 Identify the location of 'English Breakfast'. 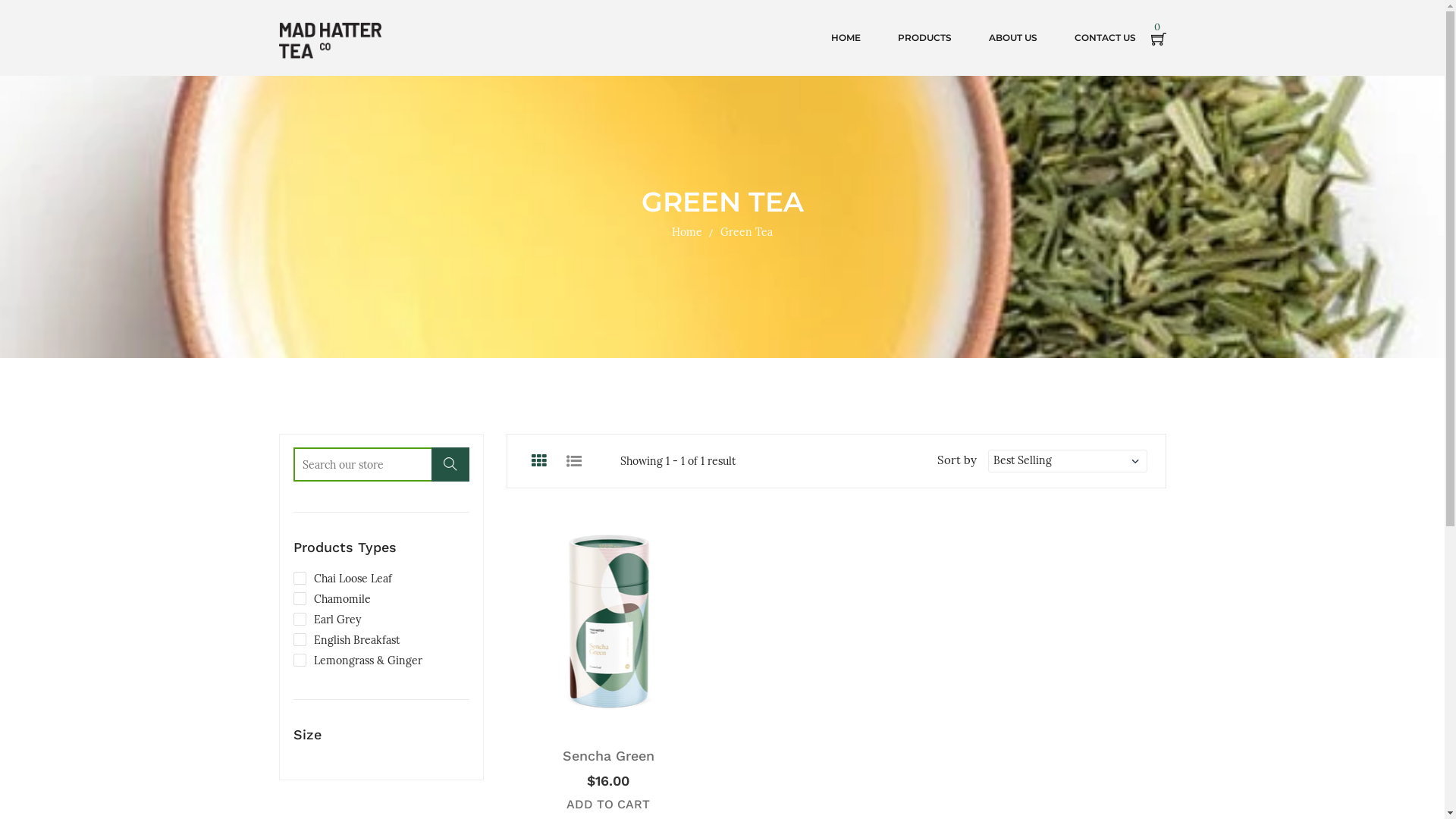
(345, 640).